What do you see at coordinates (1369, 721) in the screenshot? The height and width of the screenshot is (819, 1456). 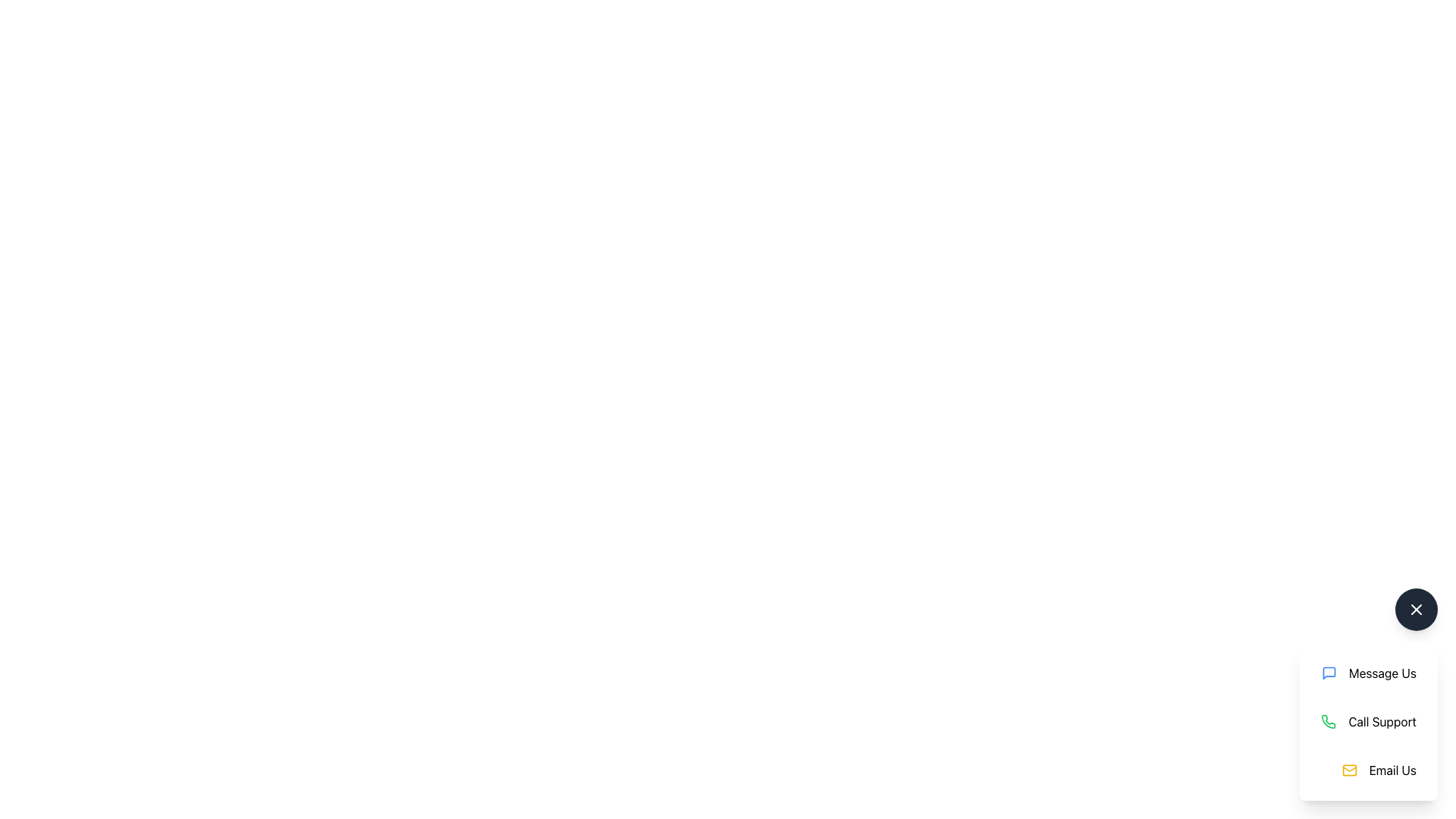 I see `the contact support button, which is the second item in the vertical list of options between 'Message Us' and 'Email Us'` at bounding box center [1369, 721].